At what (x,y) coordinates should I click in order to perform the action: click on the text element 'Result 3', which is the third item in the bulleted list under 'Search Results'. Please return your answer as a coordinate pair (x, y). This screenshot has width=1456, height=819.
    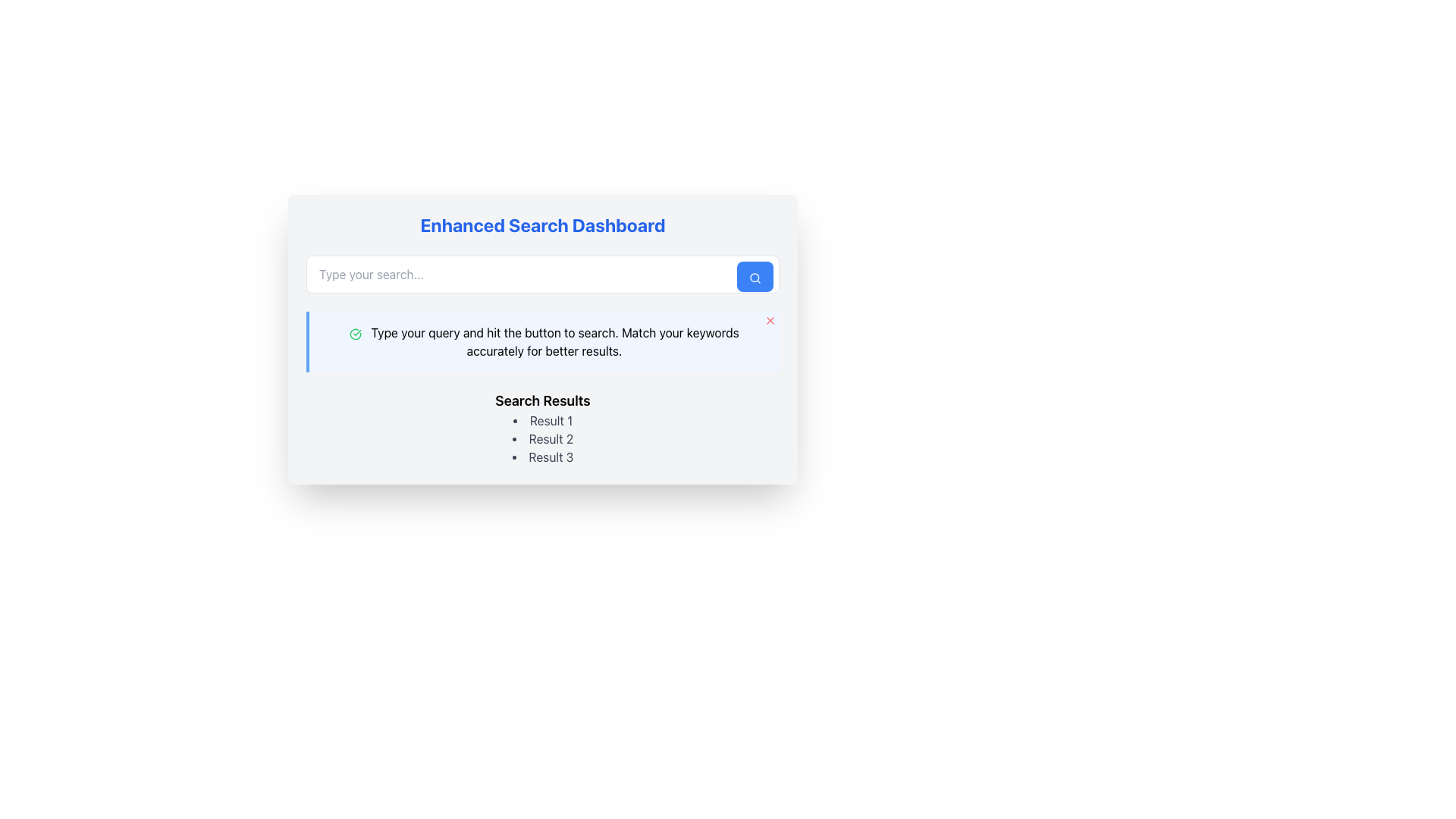
    Looking at the image, I should click on (542, 456).